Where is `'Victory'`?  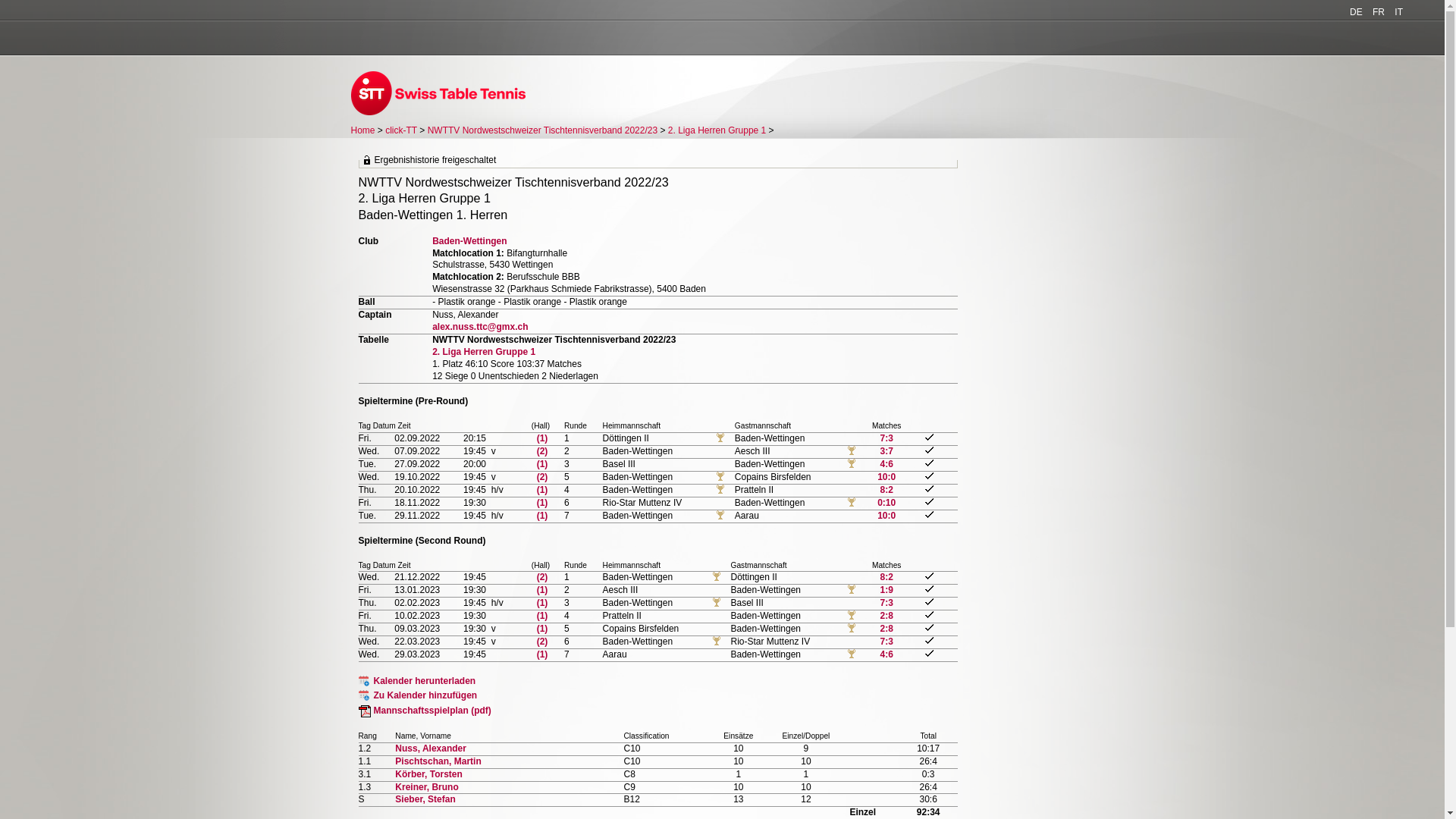 'Victory' is located at coordinates (720, 475).